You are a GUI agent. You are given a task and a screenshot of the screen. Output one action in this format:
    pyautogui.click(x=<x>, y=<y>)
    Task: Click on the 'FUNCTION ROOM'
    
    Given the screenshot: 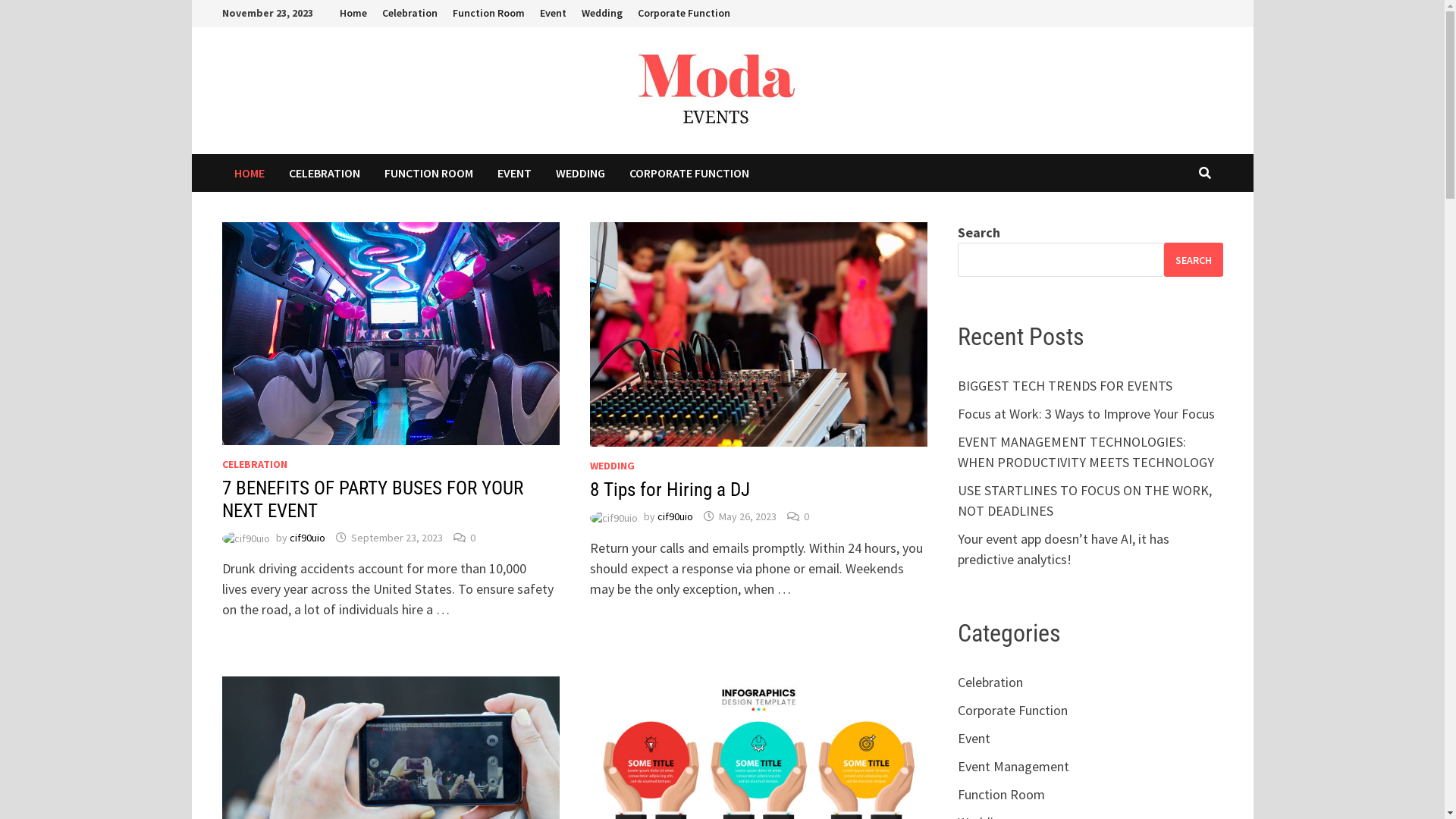 What is the action you would take?
    pyautogui.click(x=371, y=171)
    